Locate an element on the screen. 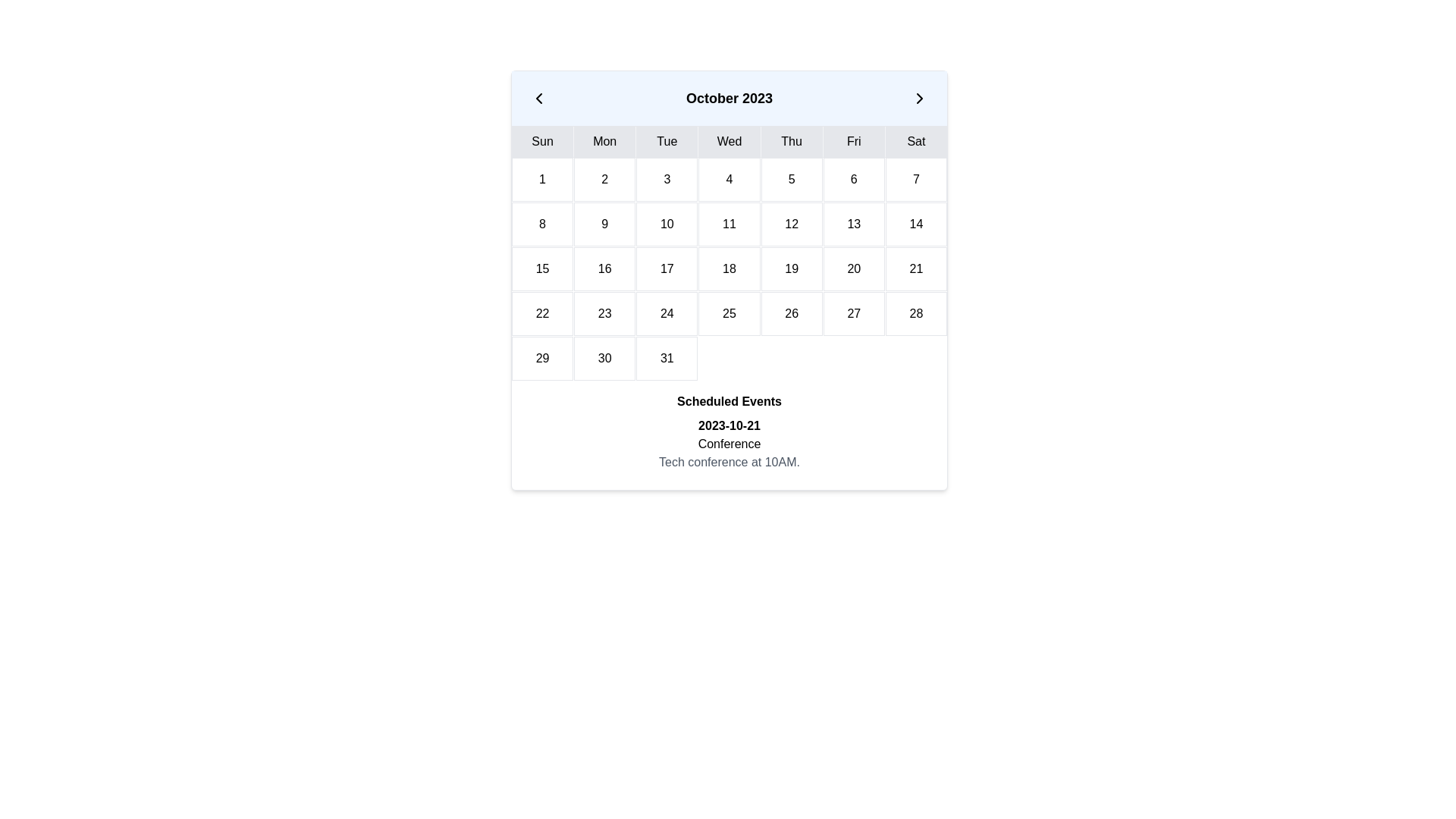 This screenshot has width=1456, height=819. the calendar grid cell displaying the number '23' is located at coordinates (604, 312).